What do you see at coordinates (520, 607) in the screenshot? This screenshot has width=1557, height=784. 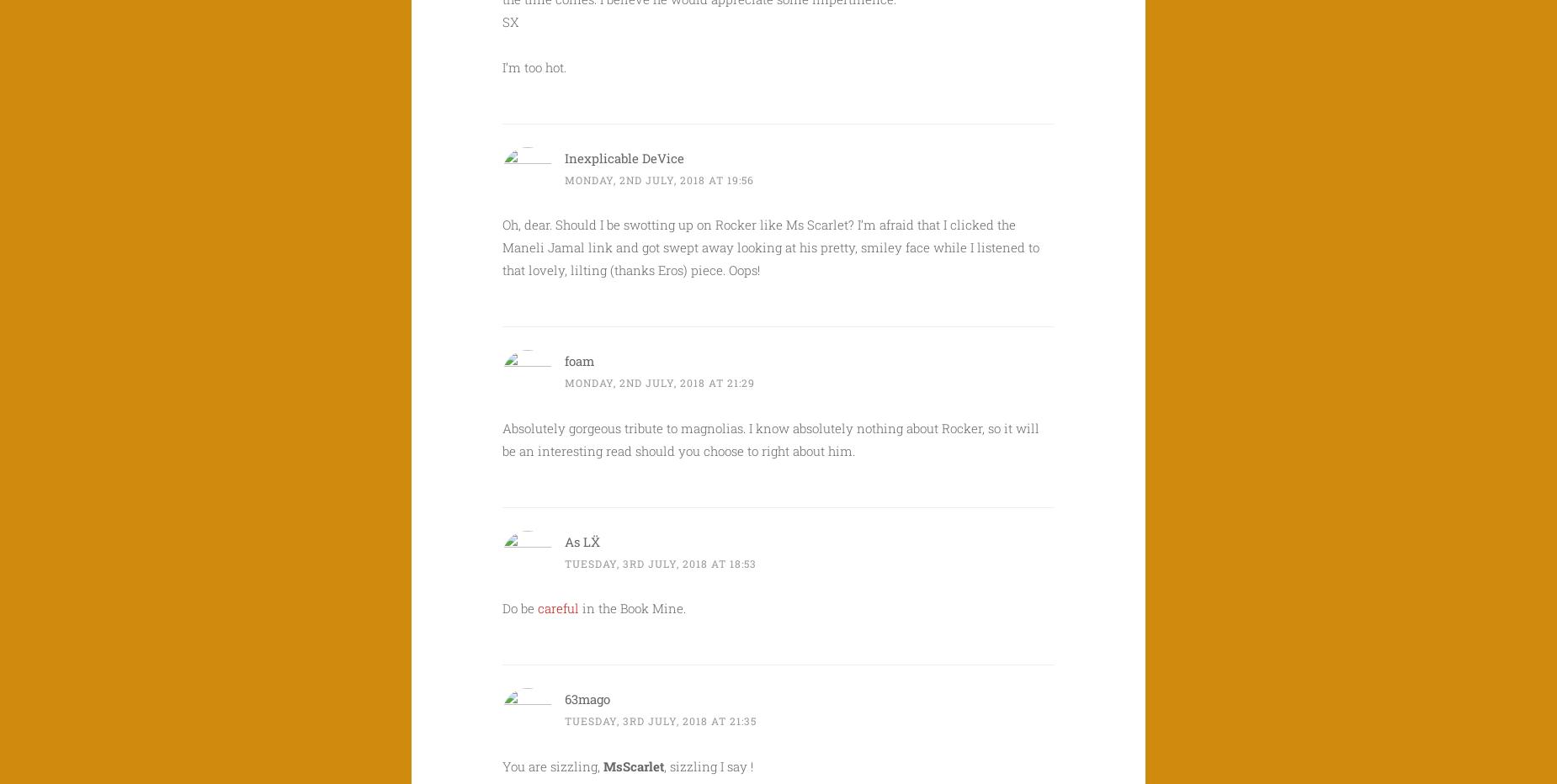 I see `'Do be'` at bounding box center [520, 607].